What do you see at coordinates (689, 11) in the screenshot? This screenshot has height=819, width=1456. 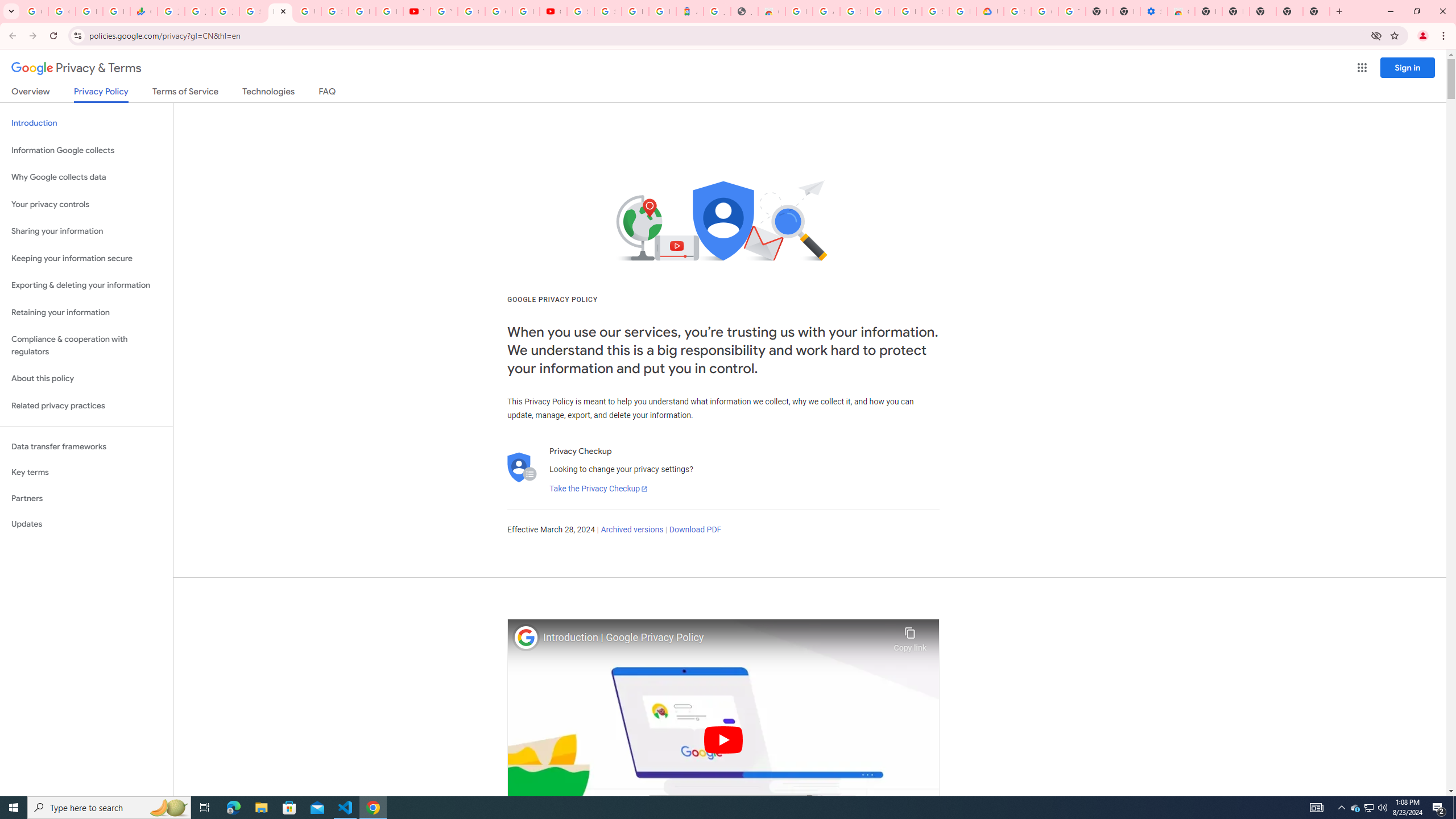 I see `'Atour Hotel - Google hotels'` at bounding box center [689, 11].